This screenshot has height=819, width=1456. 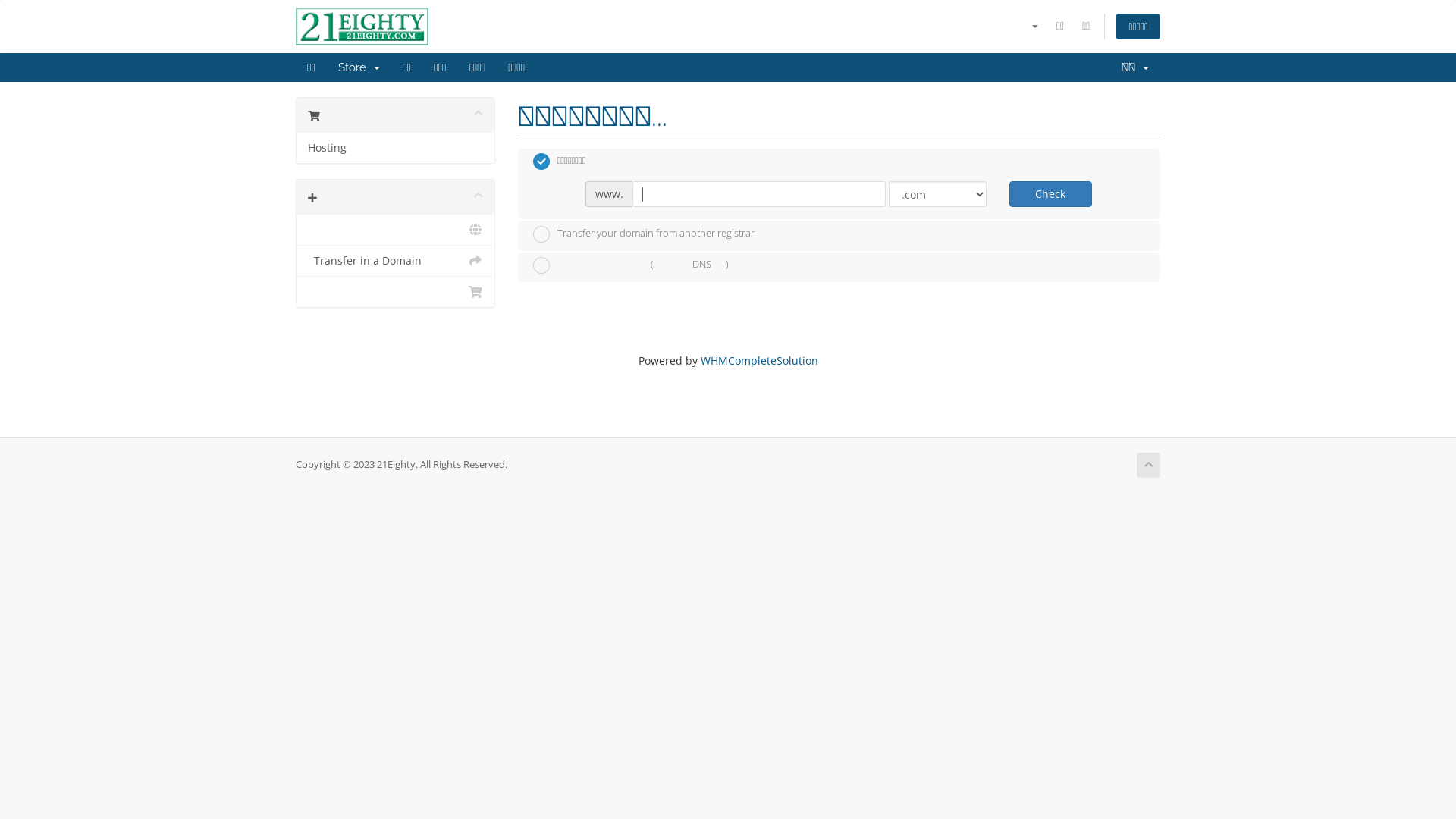 I want to click on 'Please enter your domain', so click(x=758, y=193).